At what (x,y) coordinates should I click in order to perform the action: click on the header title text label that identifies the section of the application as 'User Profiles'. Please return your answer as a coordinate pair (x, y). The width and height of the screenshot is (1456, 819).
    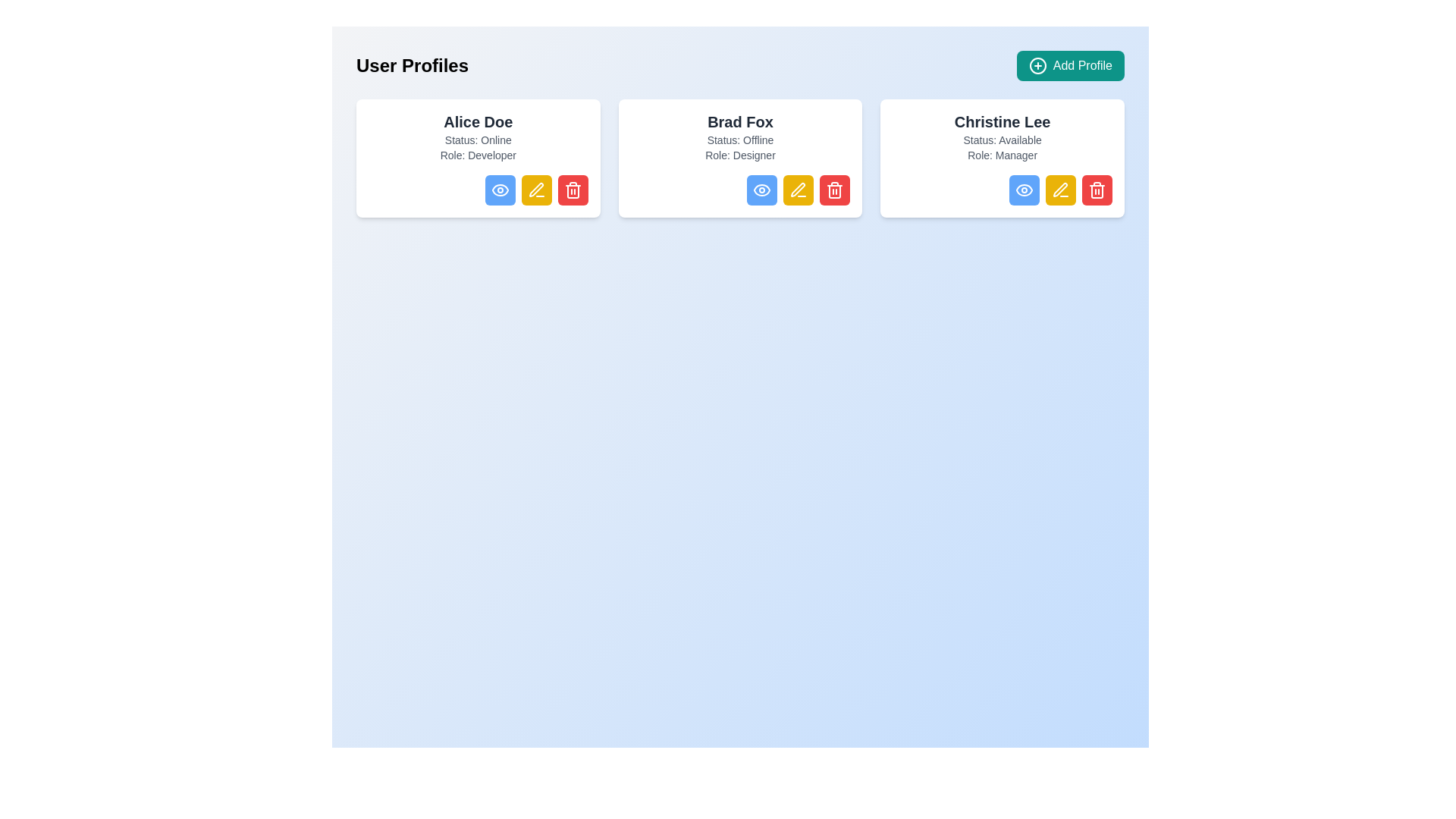
    Looking at the image, I should click on (413, 65).